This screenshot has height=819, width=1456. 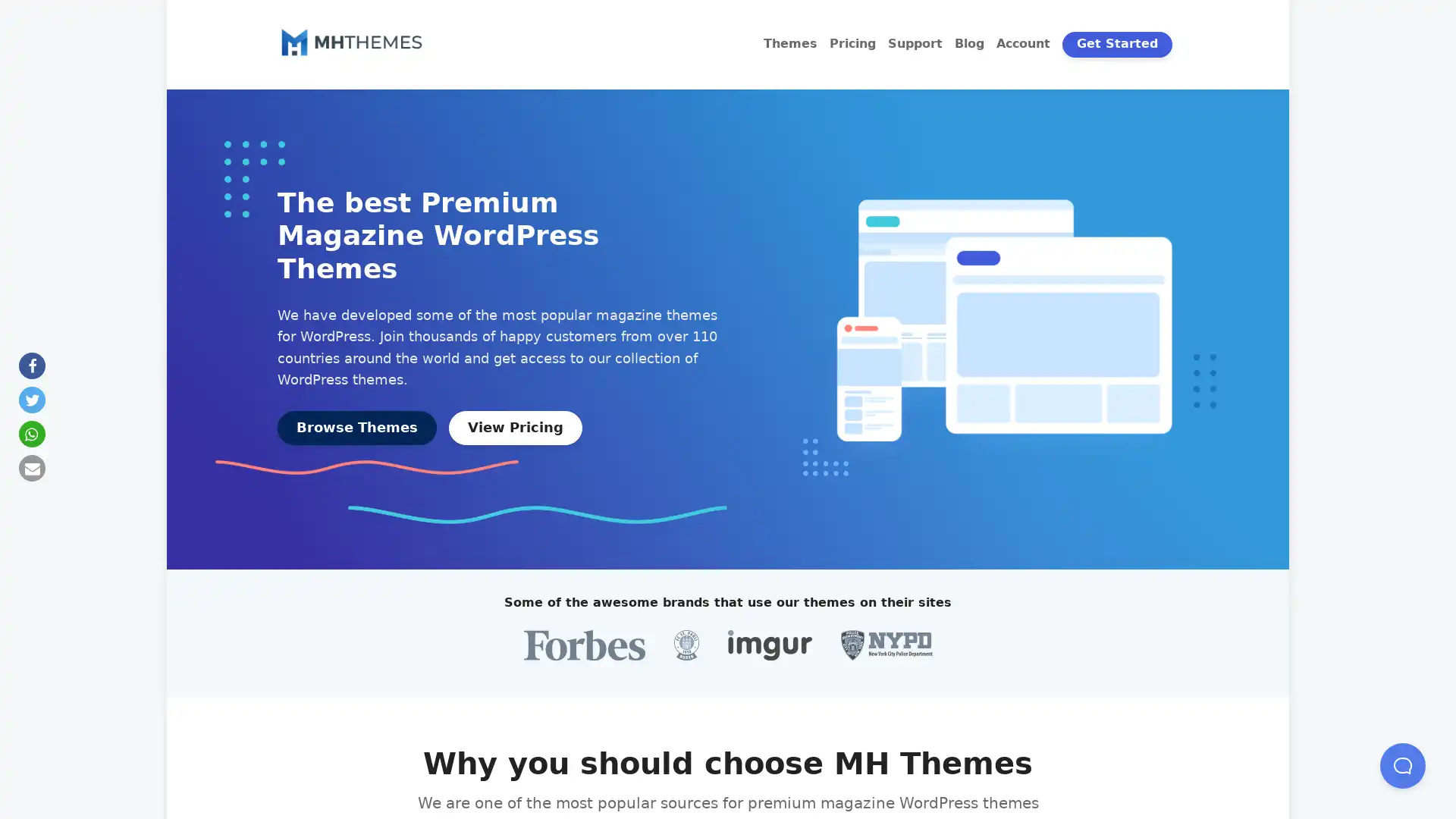 I want to click on Send by email, so click(x=32, y=467).